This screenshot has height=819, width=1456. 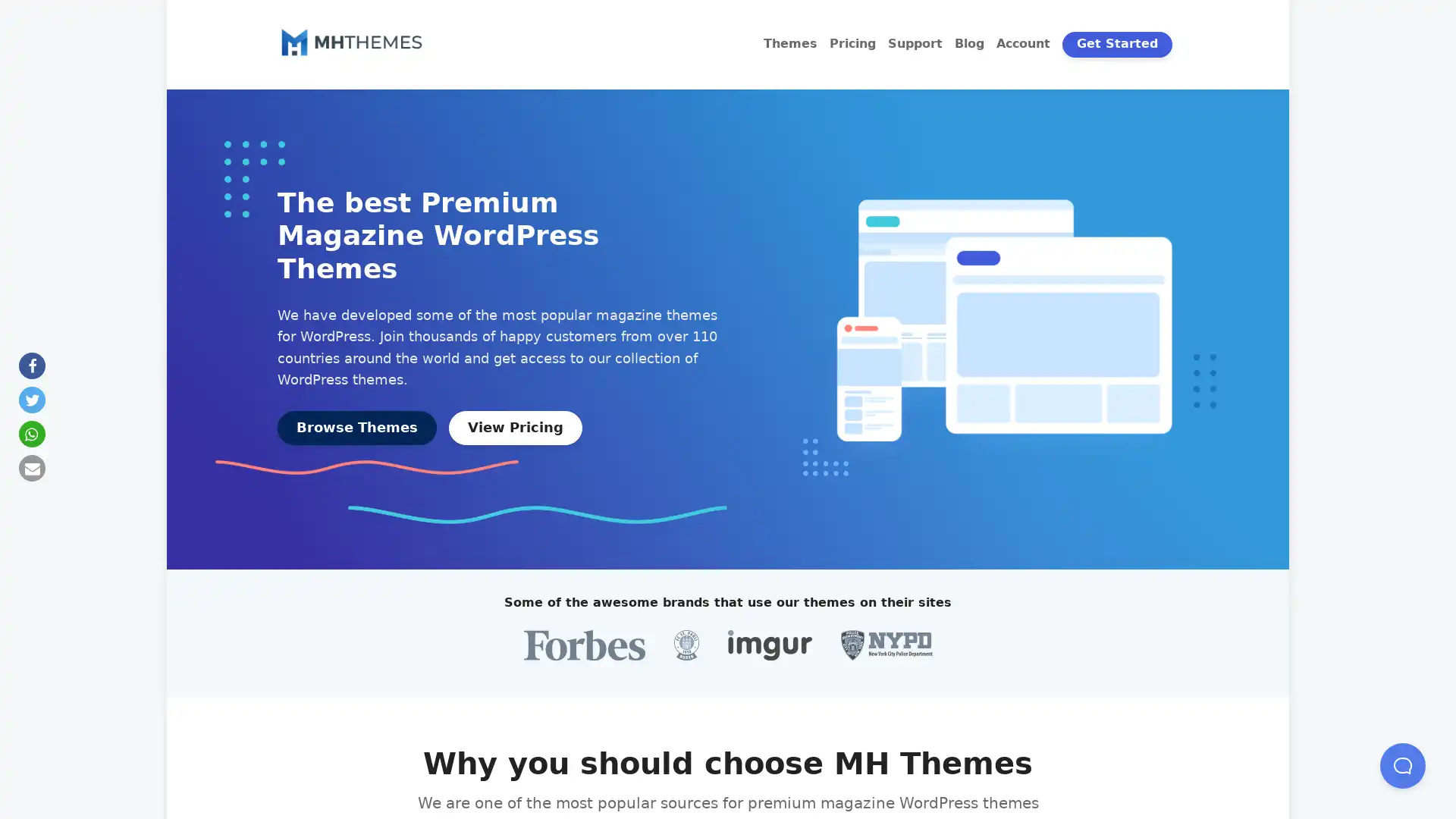 I want to click on Send by email, so click(x=32, y=467).